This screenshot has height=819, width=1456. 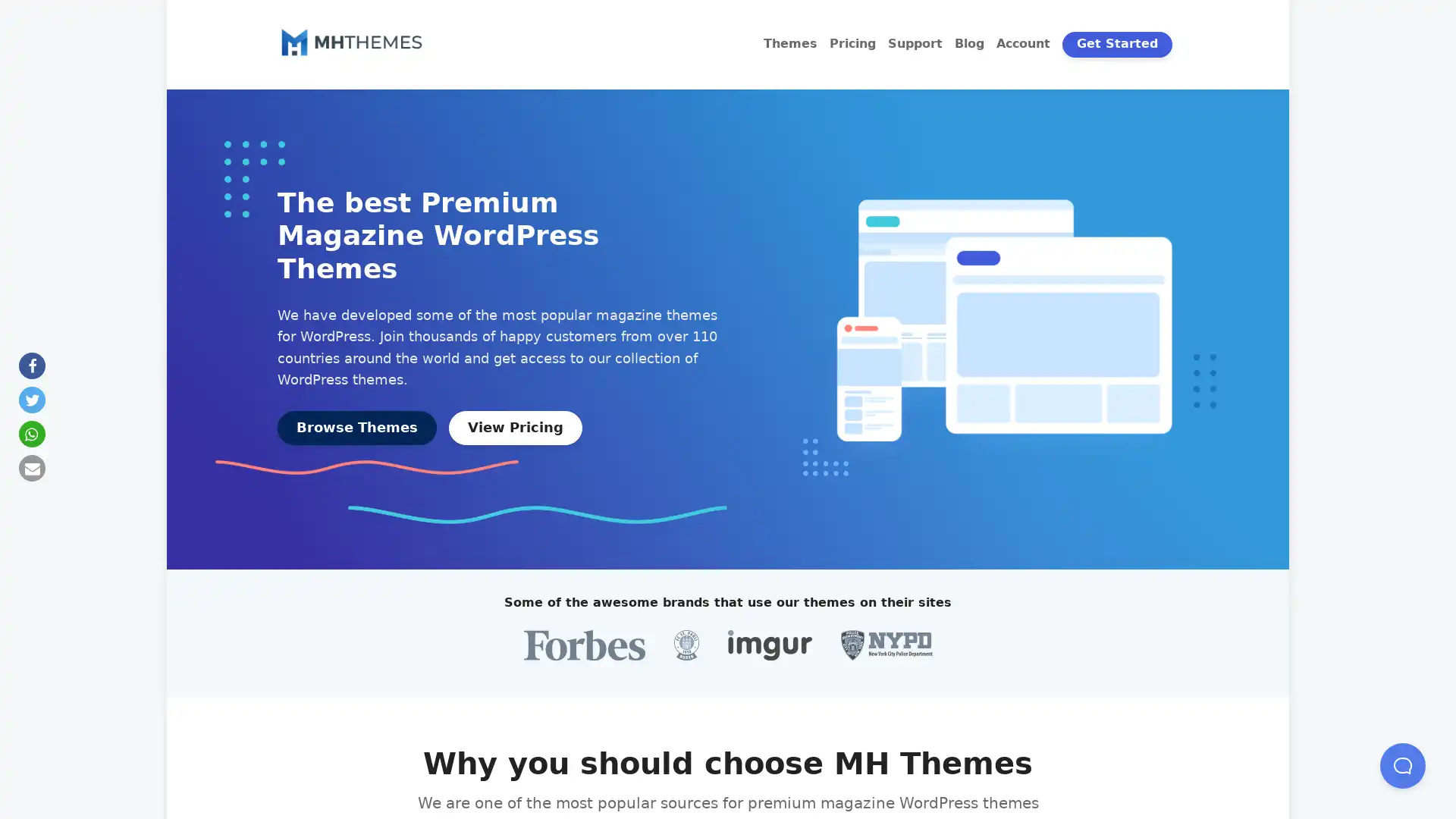 I want to click on Send by email, so click(x=32, y=467).